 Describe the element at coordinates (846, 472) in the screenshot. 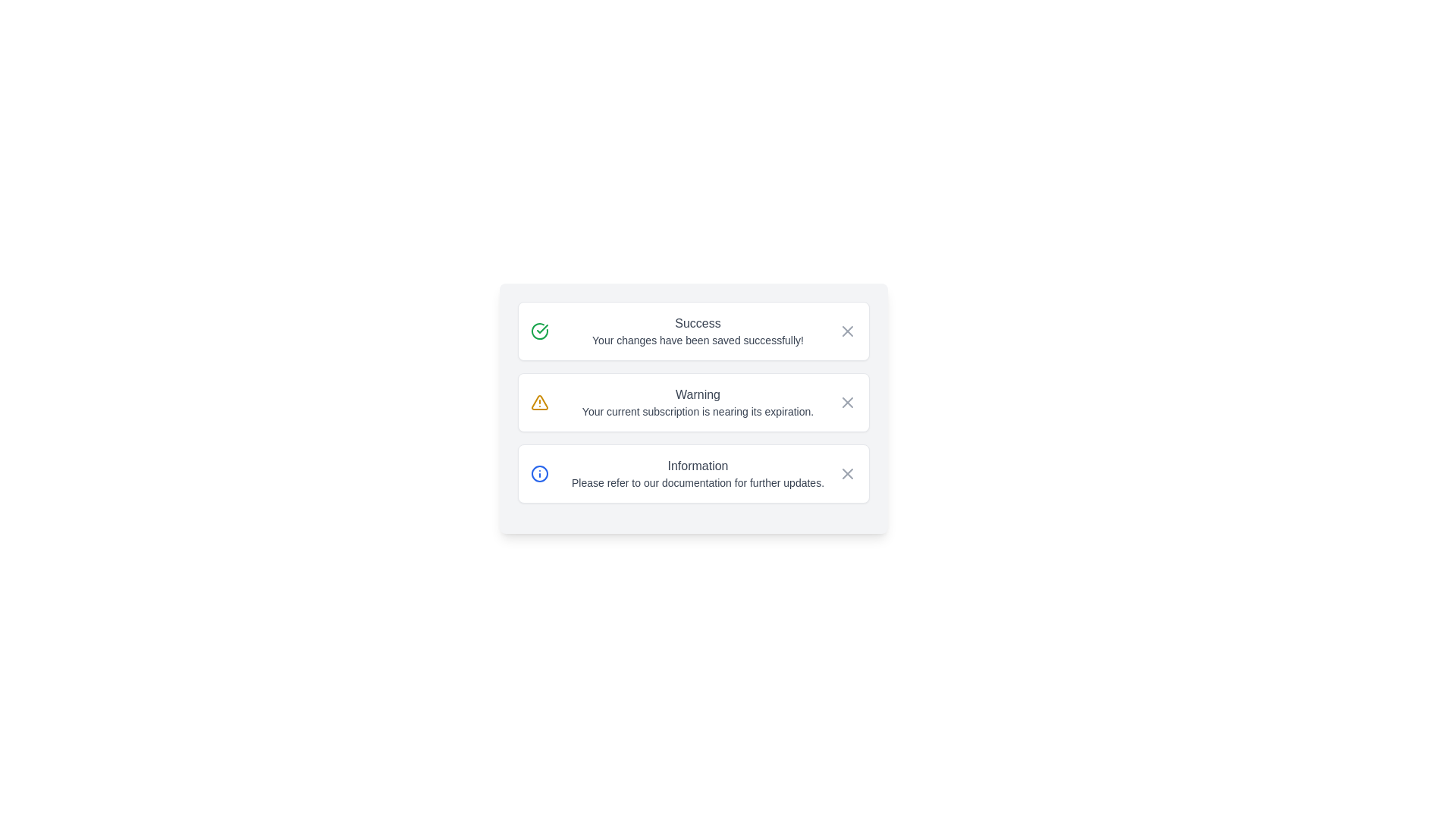

I see `the close button located in the top-right area of the 'Information' notification card to change its color` at that location.